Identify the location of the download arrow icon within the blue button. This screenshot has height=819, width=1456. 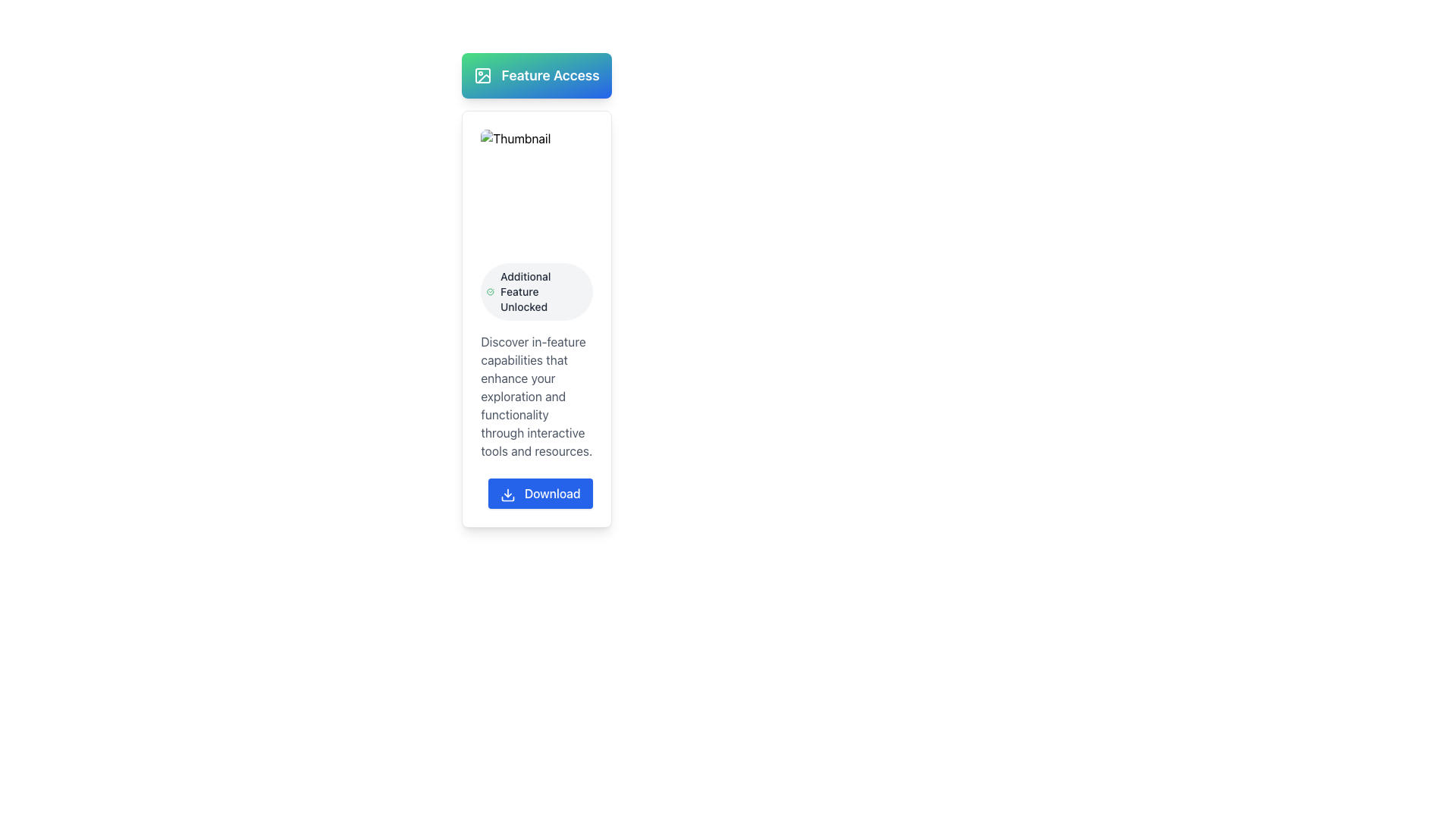
(507, 494).